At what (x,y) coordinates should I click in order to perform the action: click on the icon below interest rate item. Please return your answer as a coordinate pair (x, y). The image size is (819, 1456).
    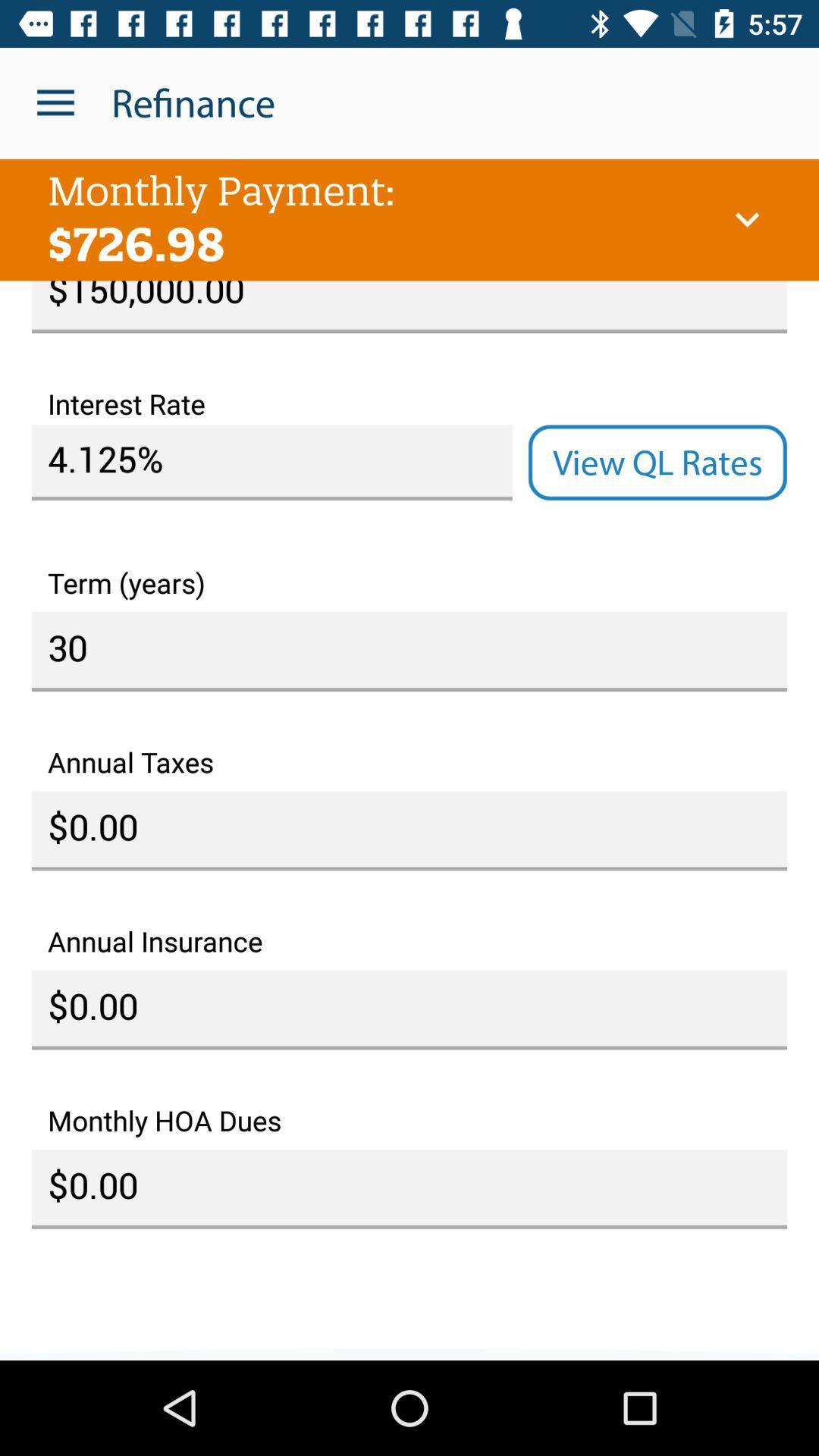
    Looking at the image, I should click on (657, 462).